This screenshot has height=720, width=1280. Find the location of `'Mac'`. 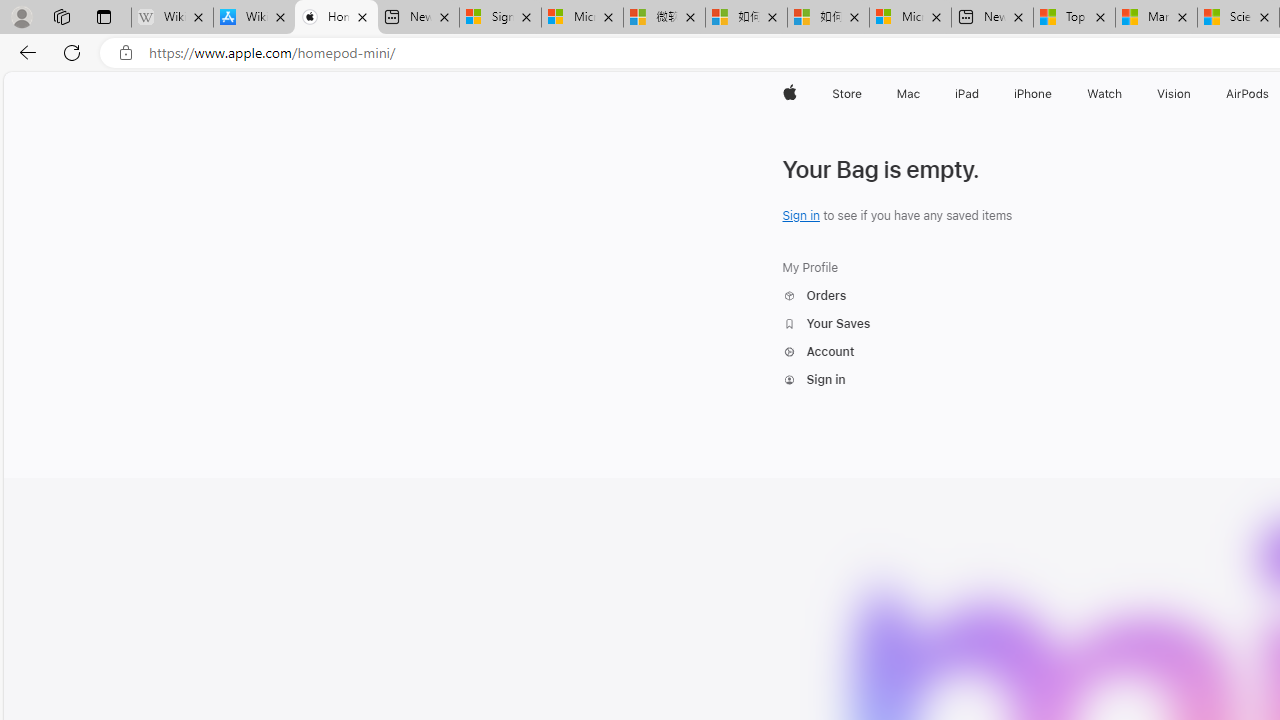

'Mac' is located at coordinates (907, 93).